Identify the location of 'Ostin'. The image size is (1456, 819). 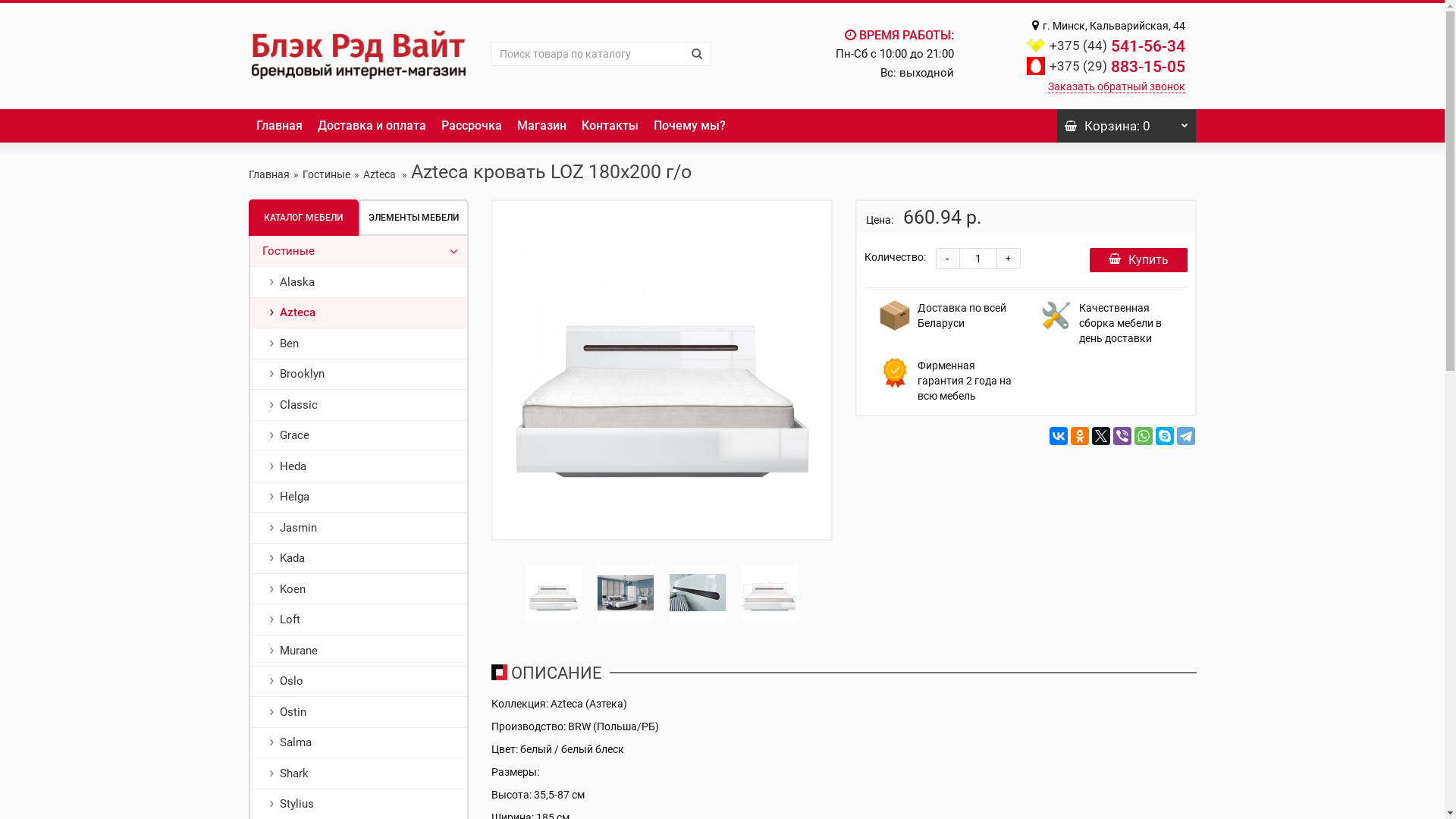
(358, 711).